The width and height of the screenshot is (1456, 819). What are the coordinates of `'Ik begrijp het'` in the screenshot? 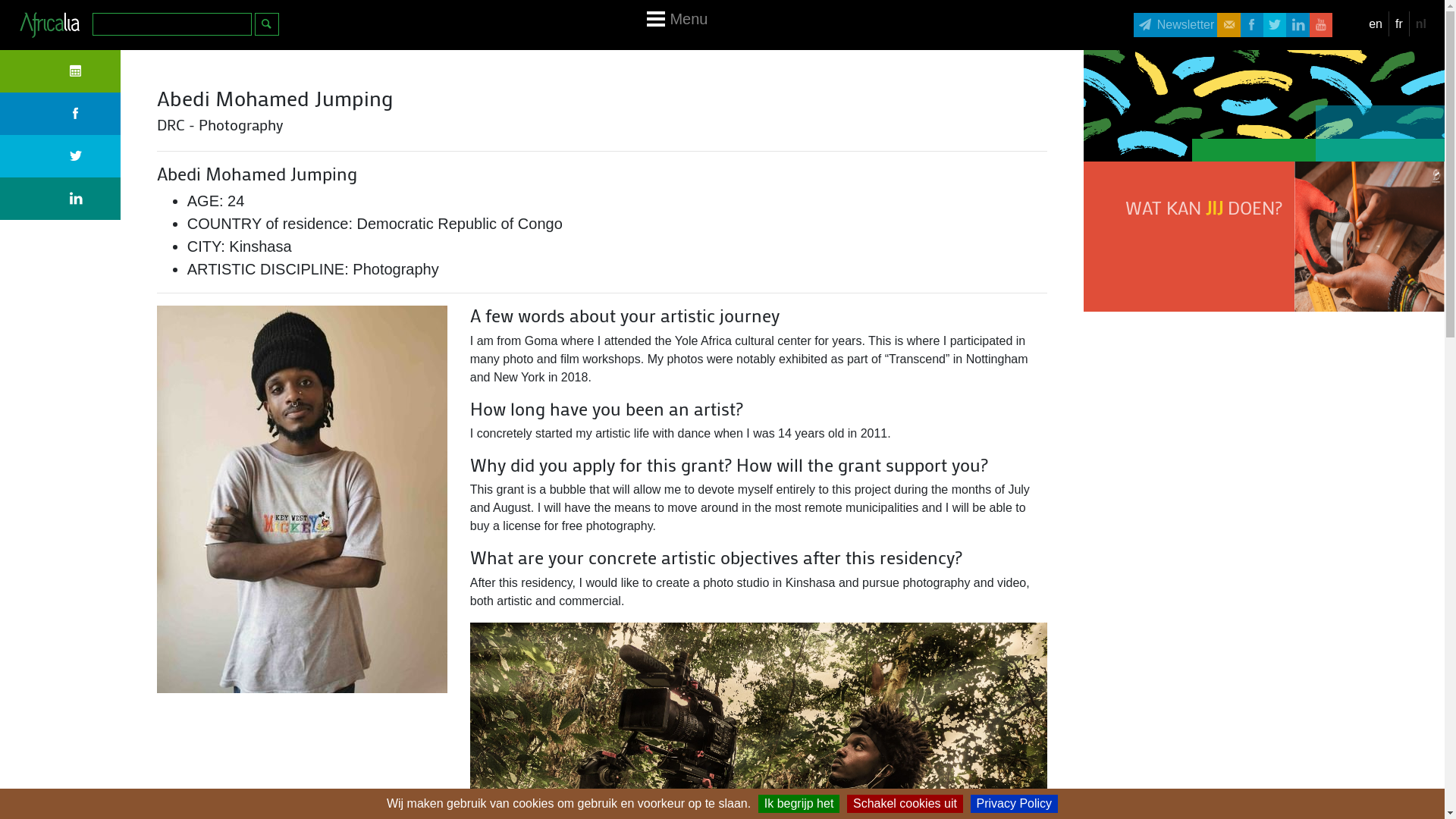 It's located at (799, 803).